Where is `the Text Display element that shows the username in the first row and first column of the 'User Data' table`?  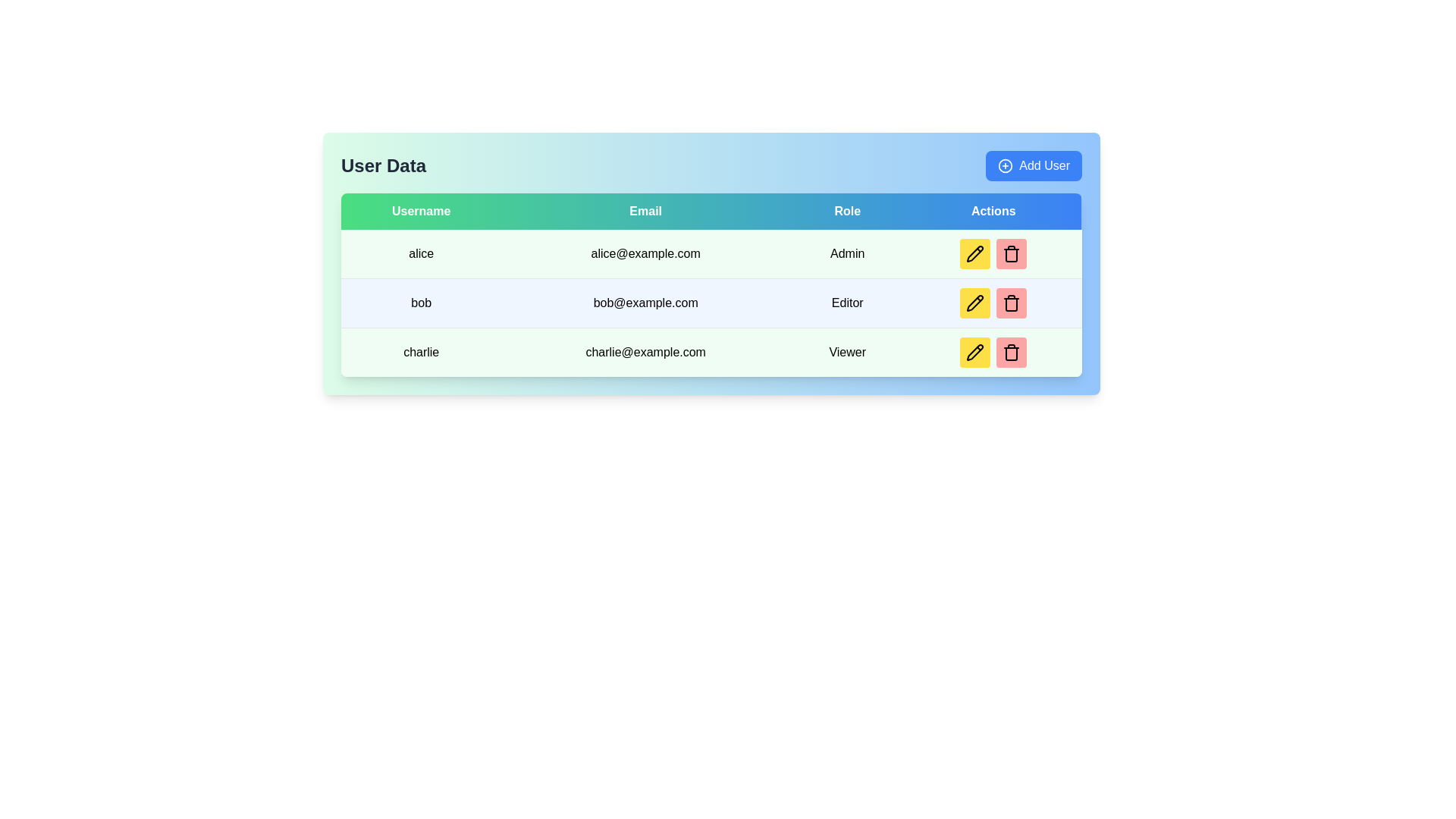
the Text Display element that shows the username in the first row and first column of the 'User Data' table is located at coordinates (421, 253).